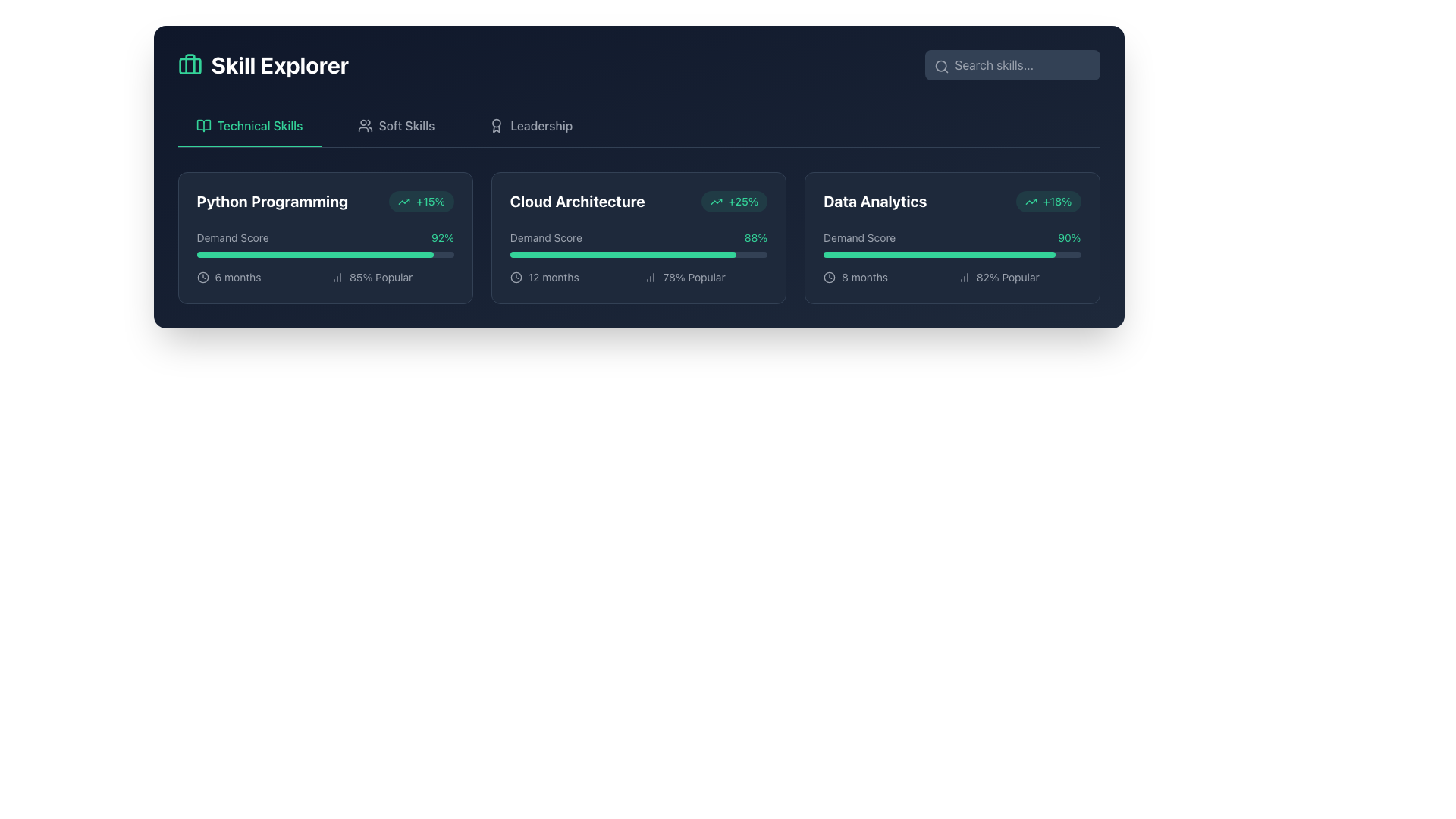 This screenshot has width=1456, height=819. What do you see at coordinates (1008, 278) in the screenshot?
I see `the popularity metric text label indicating 82% for the 'Data Analytics' course, located in the bottom-right section of the 'Data Analytics' card` at bounding box center [1008, 278].